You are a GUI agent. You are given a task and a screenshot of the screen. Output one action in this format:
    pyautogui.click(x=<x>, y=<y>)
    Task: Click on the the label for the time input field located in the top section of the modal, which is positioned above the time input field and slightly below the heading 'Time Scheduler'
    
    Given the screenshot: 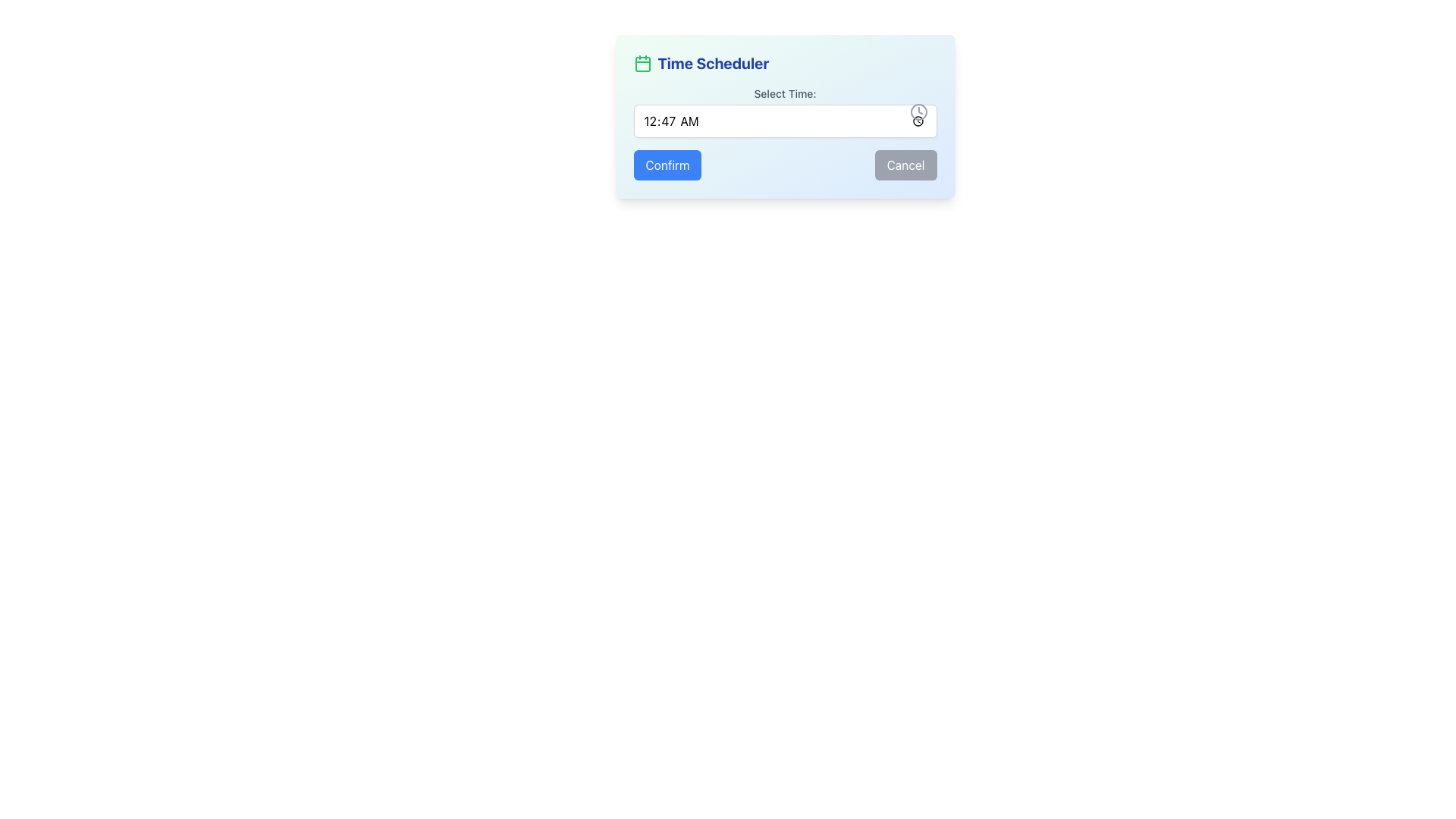 What is the action you would take?
    pyautogui.click(x=785, y=93)
    